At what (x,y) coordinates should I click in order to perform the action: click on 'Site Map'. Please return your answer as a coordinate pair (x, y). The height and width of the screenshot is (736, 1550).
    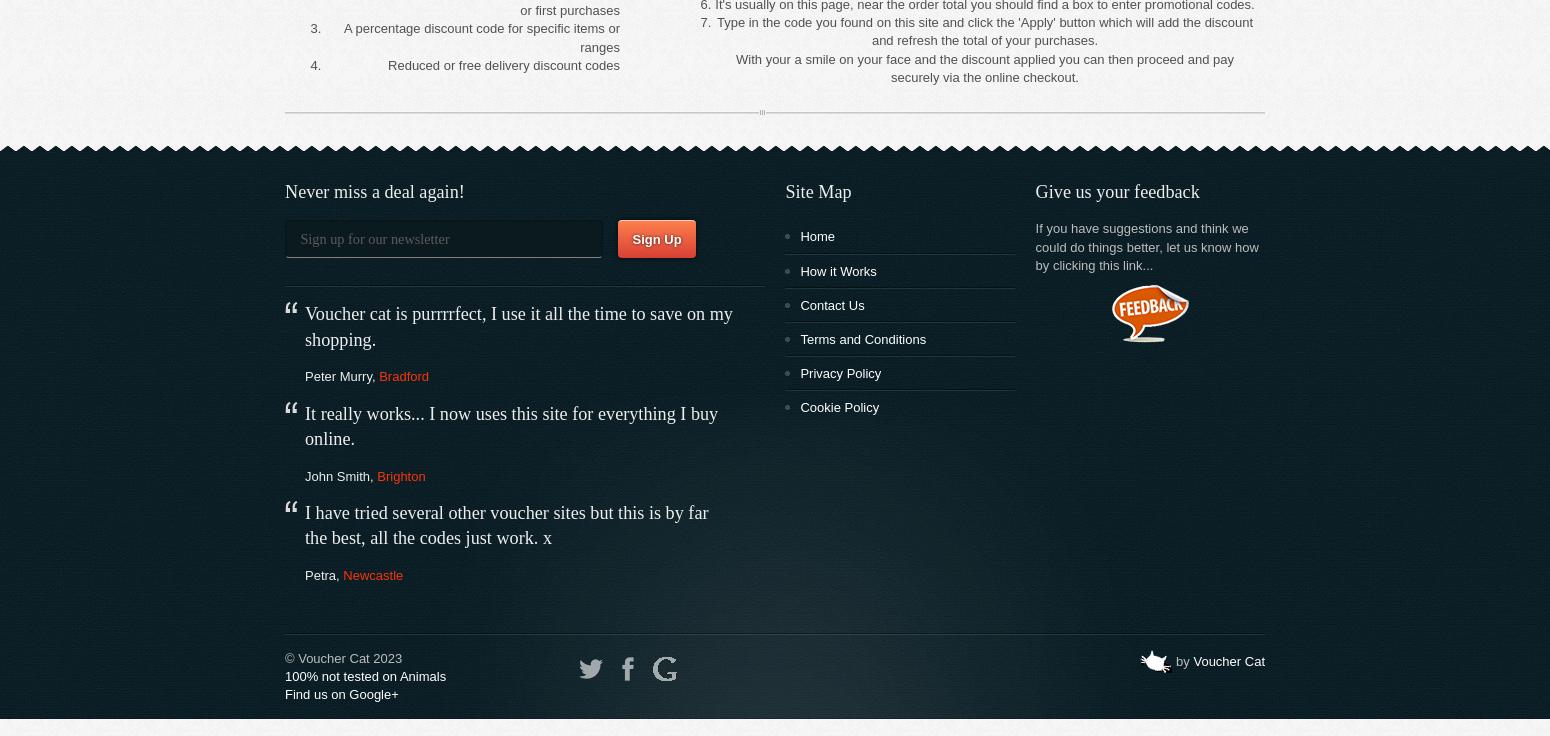
    Looking at the image, I should click on (816, 189).